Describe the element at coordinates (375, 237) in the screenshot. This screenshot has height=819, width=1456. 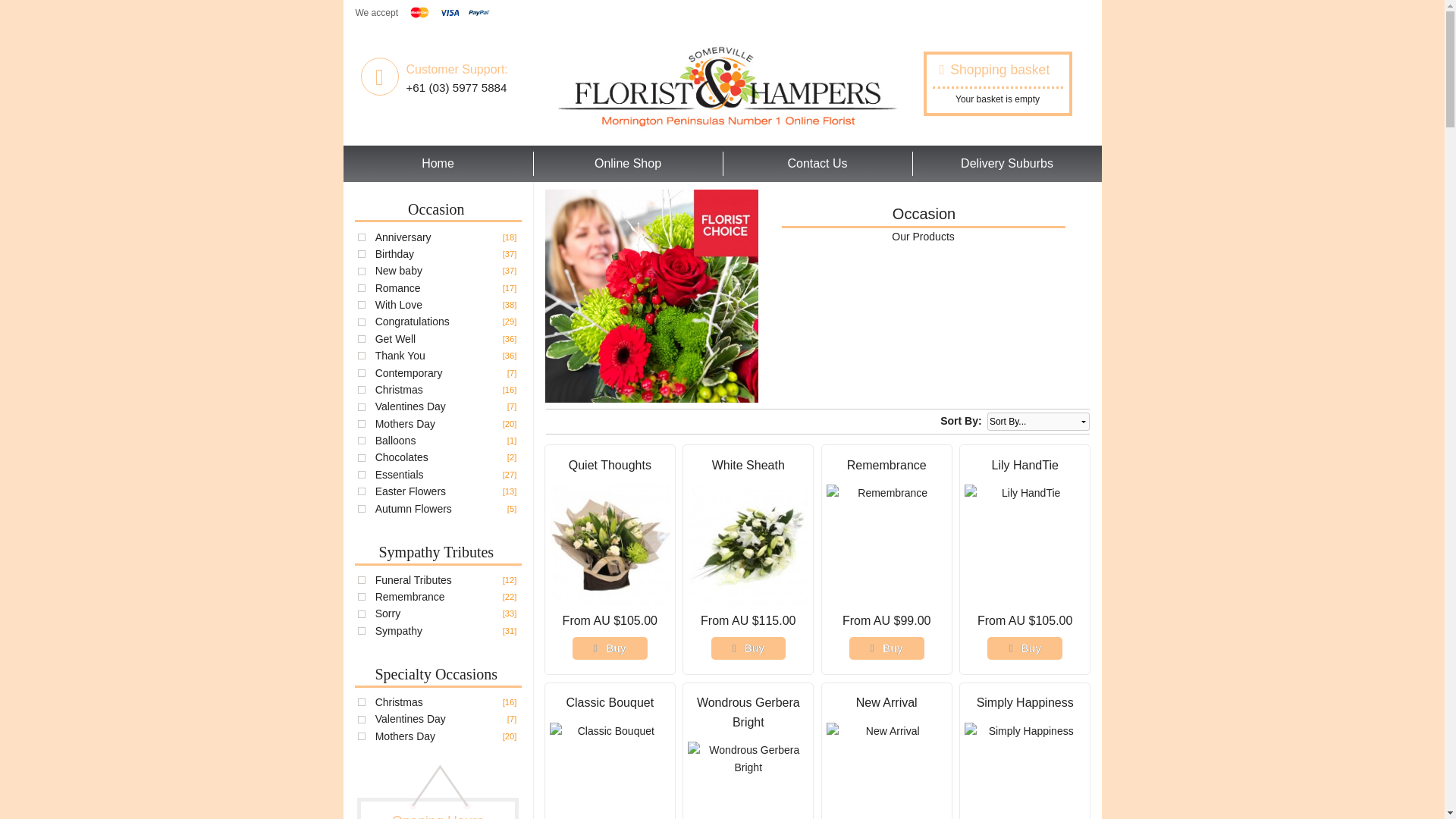
I see `'Anniversary` at that location.